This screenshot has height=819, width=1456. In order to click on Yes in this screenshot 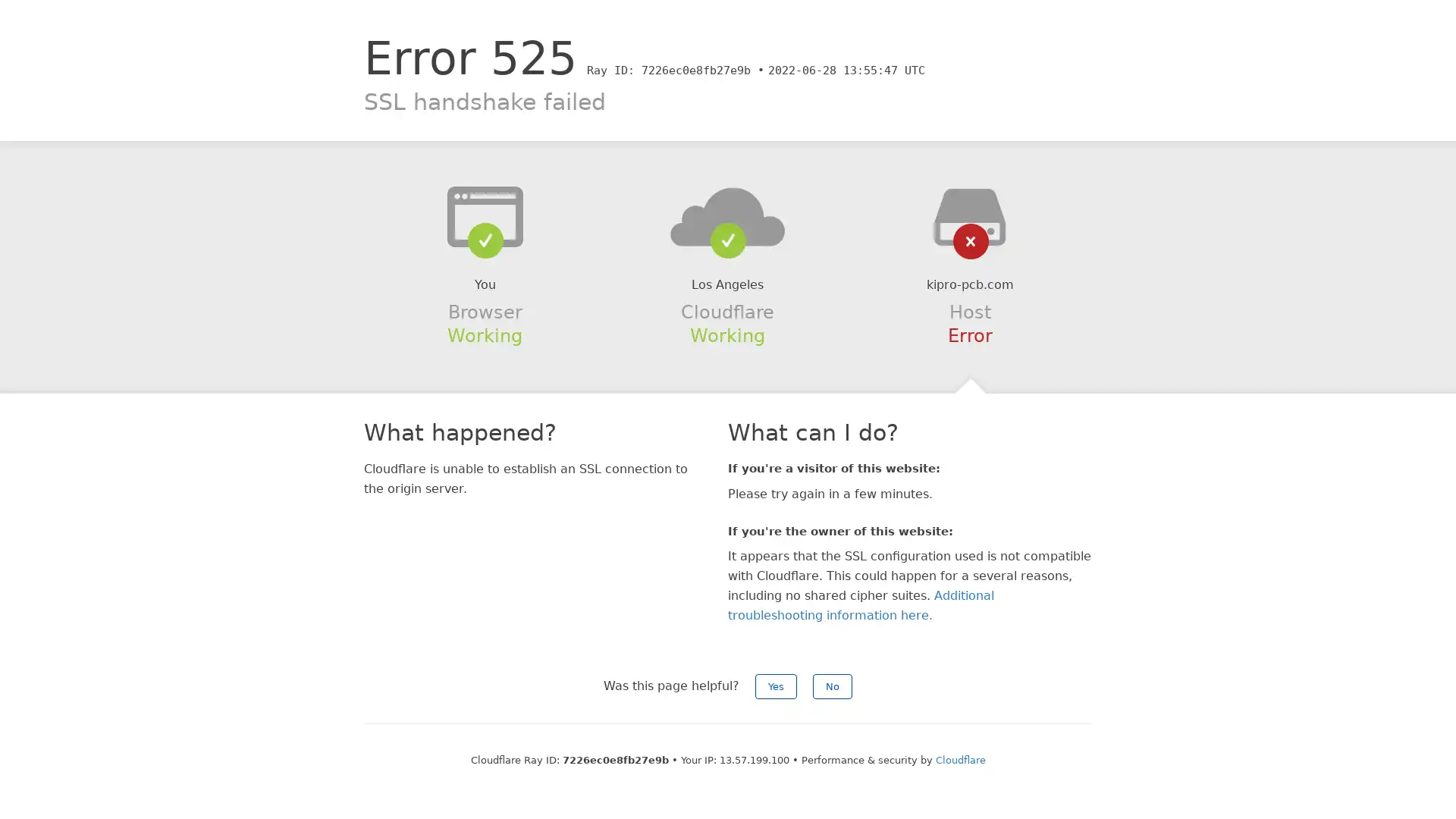, I will do `click(776, 686)`.